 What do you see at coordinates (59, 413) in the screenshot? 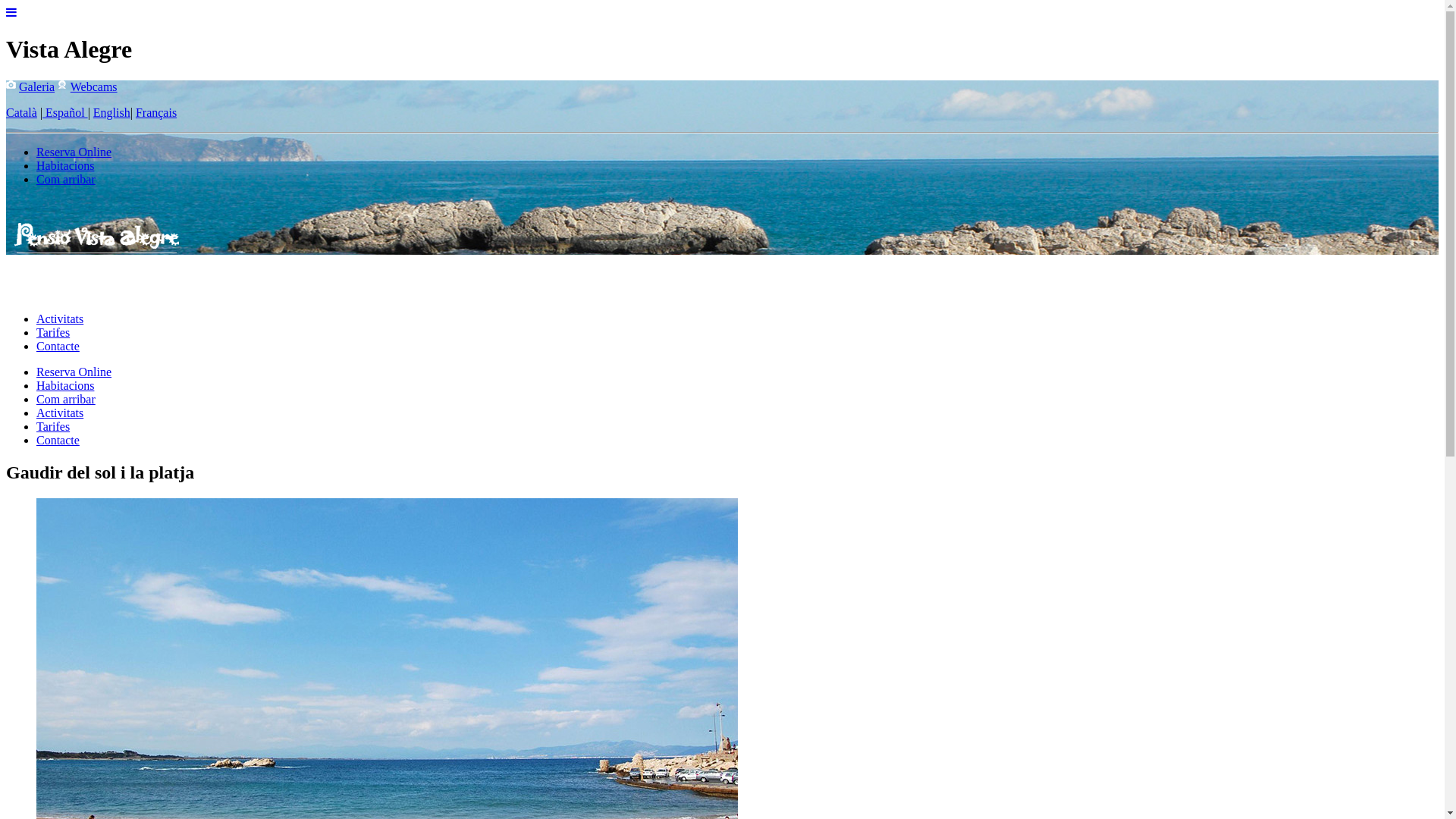
I see `'Activitats'` at bounding box center [59, 413].